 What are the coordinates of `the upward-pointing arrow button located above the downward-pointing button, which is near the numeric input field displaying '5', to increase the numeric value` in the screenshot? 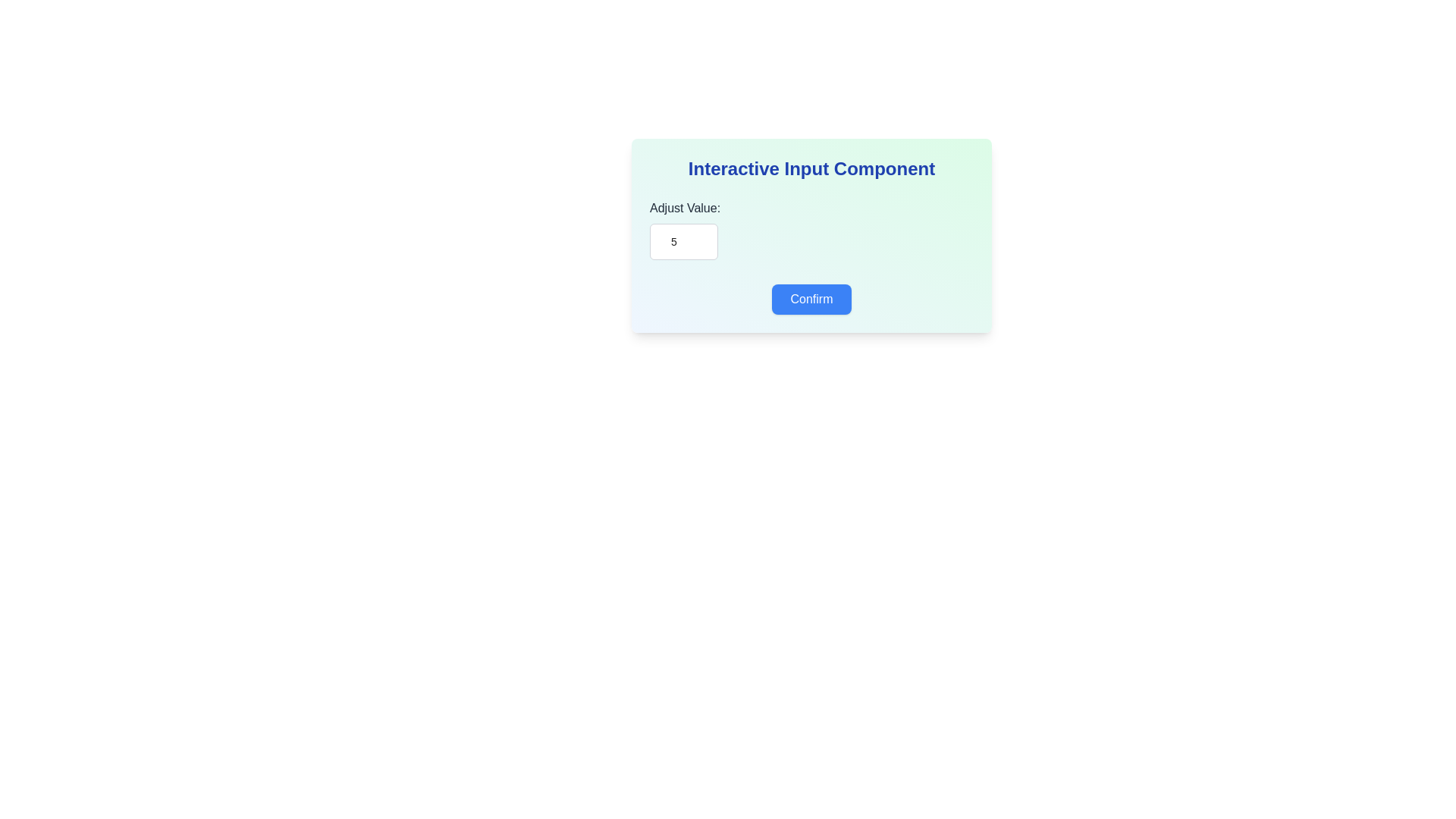 It's located at (717, 233).